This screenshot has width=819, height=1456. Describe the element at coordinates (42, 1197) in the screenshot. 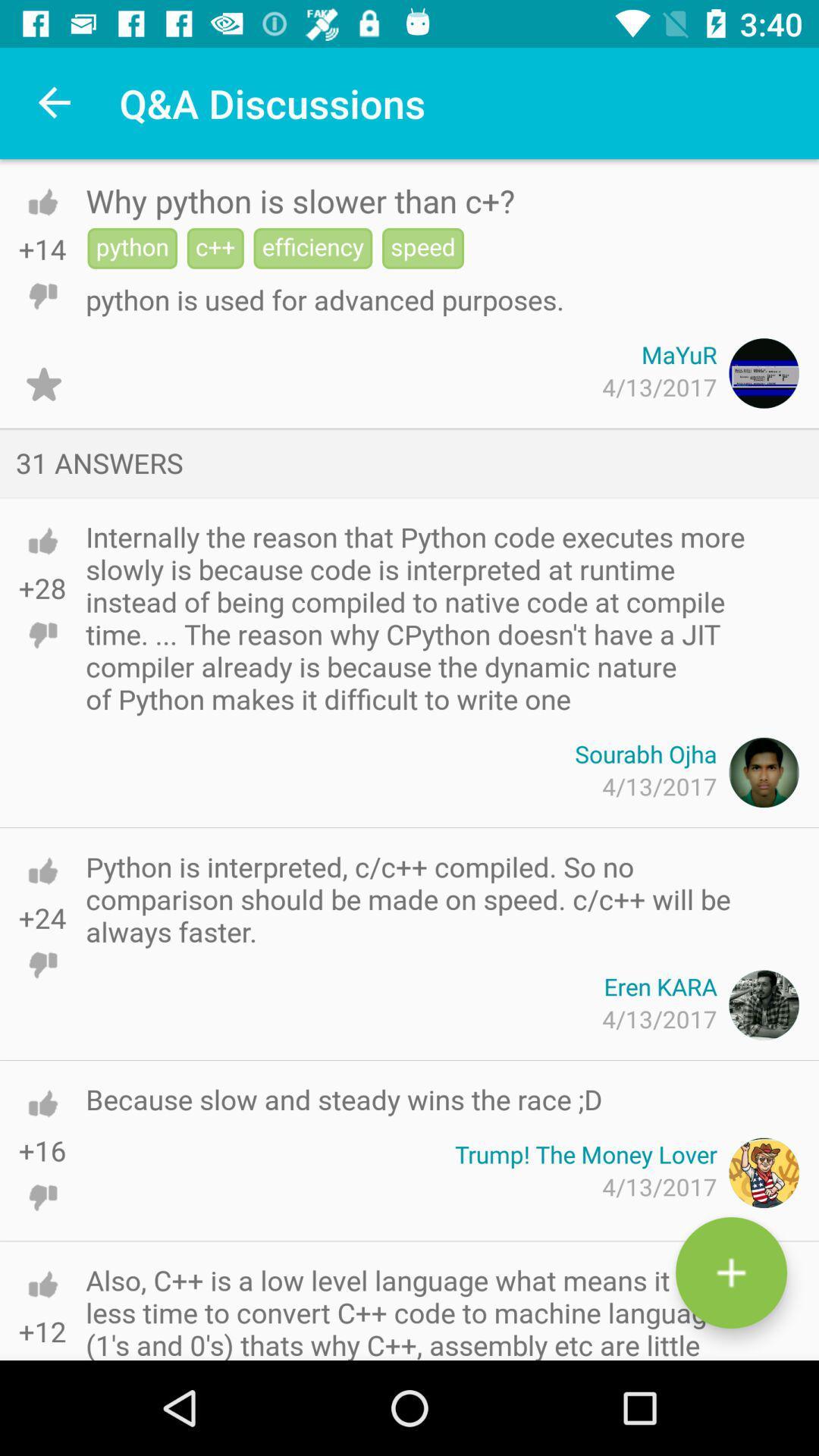

I see `pick thumbs down` at that location.